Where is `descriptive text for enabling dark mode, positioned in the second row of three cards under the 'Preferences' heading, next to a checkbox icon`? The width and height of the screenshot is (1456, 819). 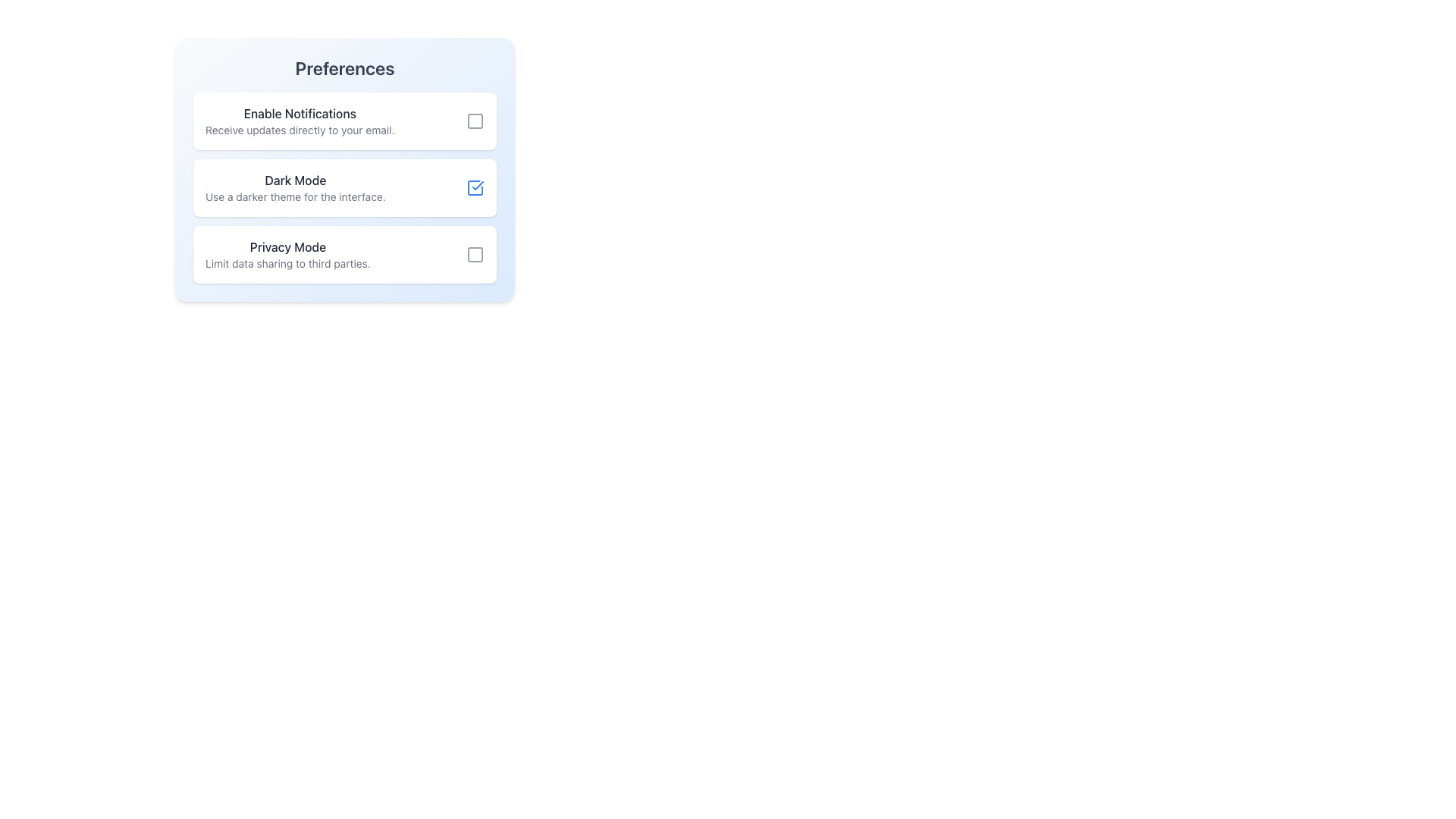 descriptive text for enabling dark mode, positioned in the second row of three cards under the 'Preferences' heading, next to a checkbox icon is located at coordinates (295, 187).